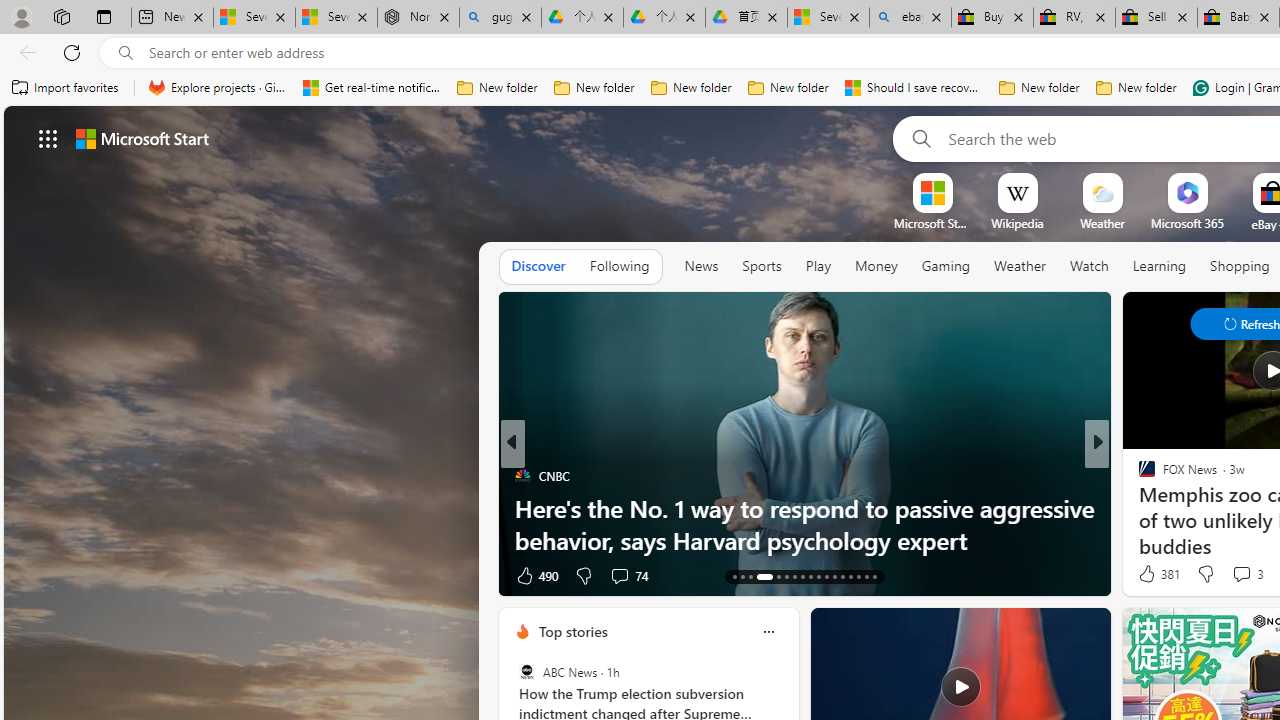 The height and width of the screenshot is (720, 1280). I want to click on 'AutomationID: tab-21', so click(810, 577).